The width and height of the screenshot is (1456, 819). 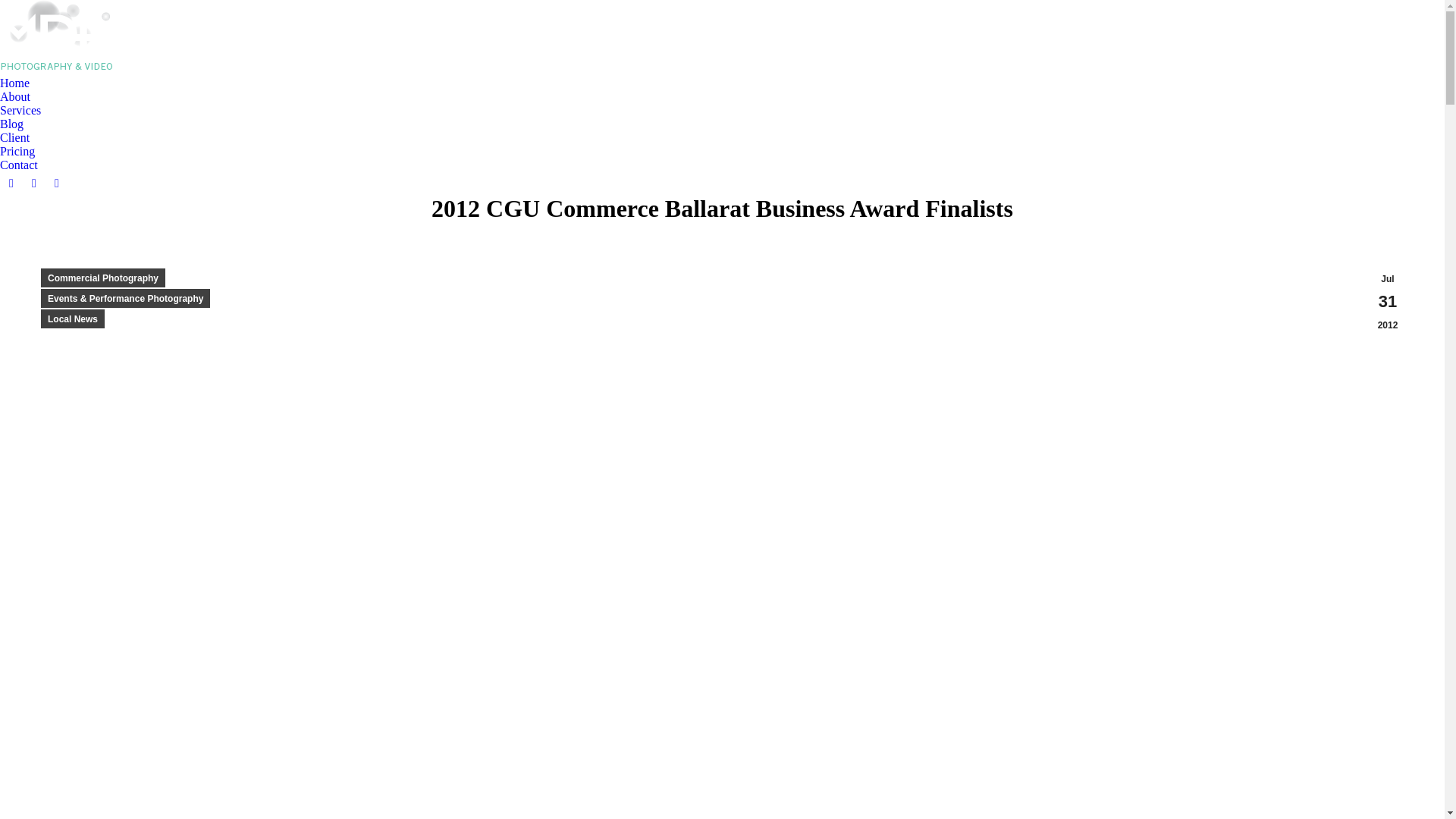 I want to click on 'Commercial Photography', so click(x=102, y=278).